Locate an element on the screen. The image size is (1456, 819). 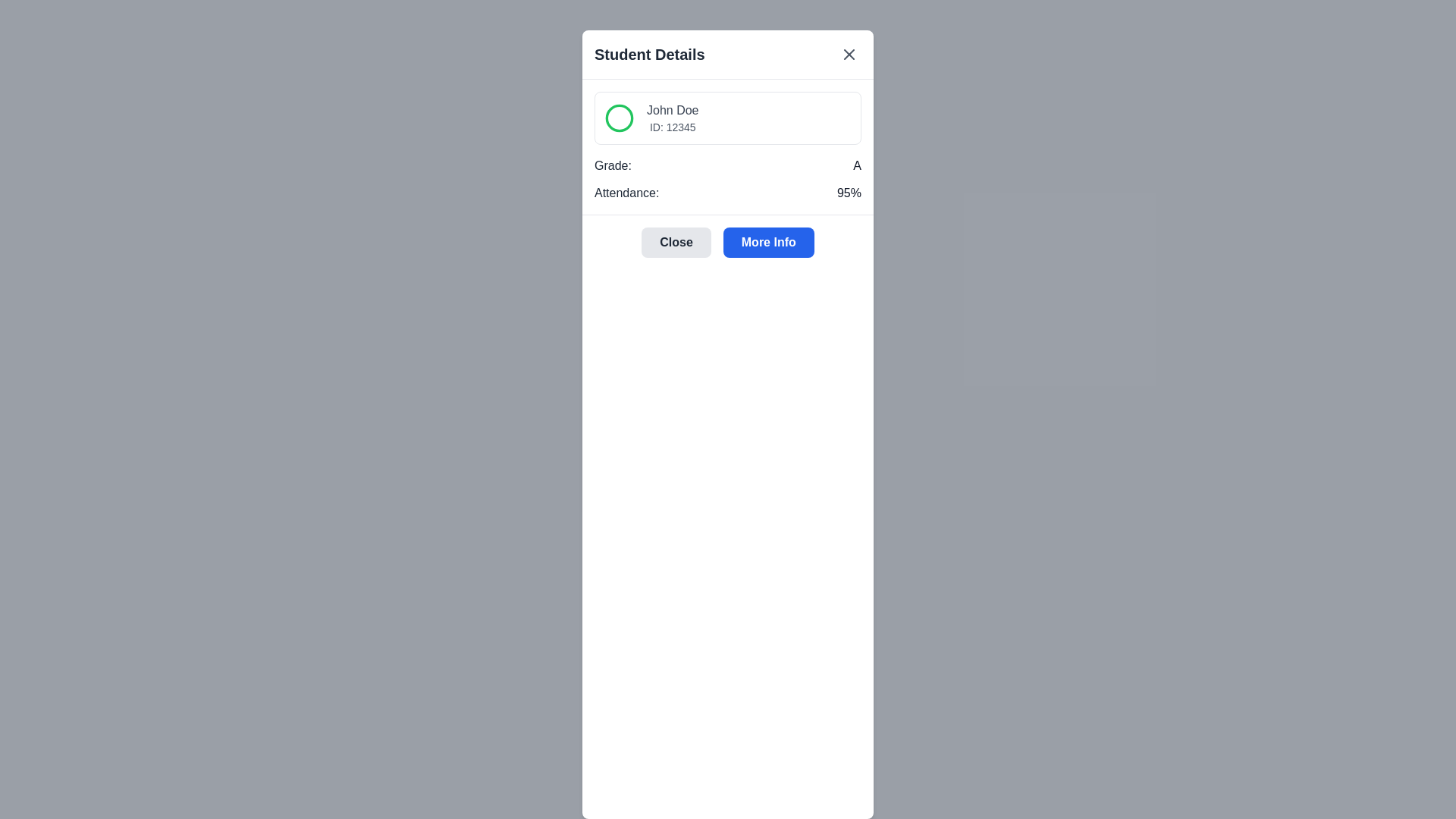
the close button located at the top-right corner of the 'Student Details' modal header is located at coordinates (848, 54).